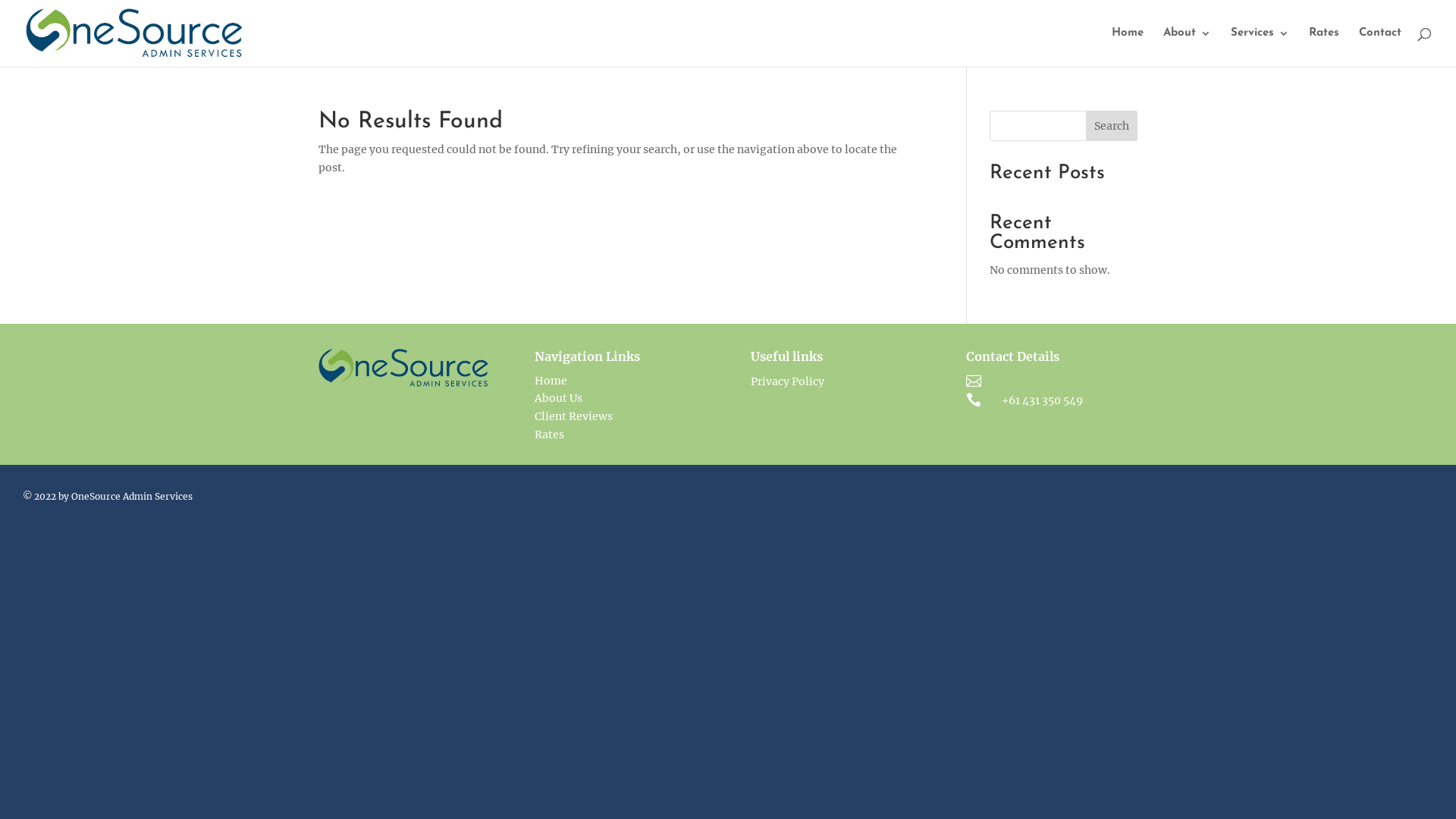 The image size is (1456, 819). I want to click on 'Rates', so click(1323, 46).